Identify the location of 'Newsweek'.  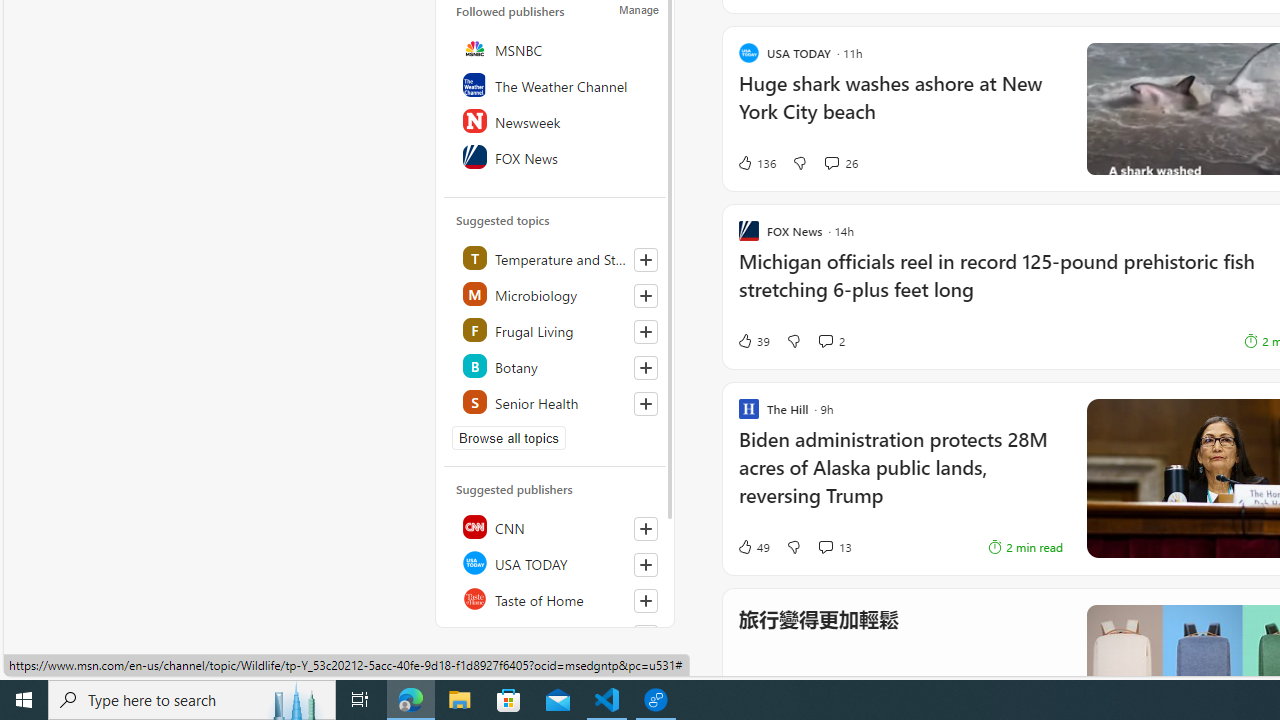
(556, 120).